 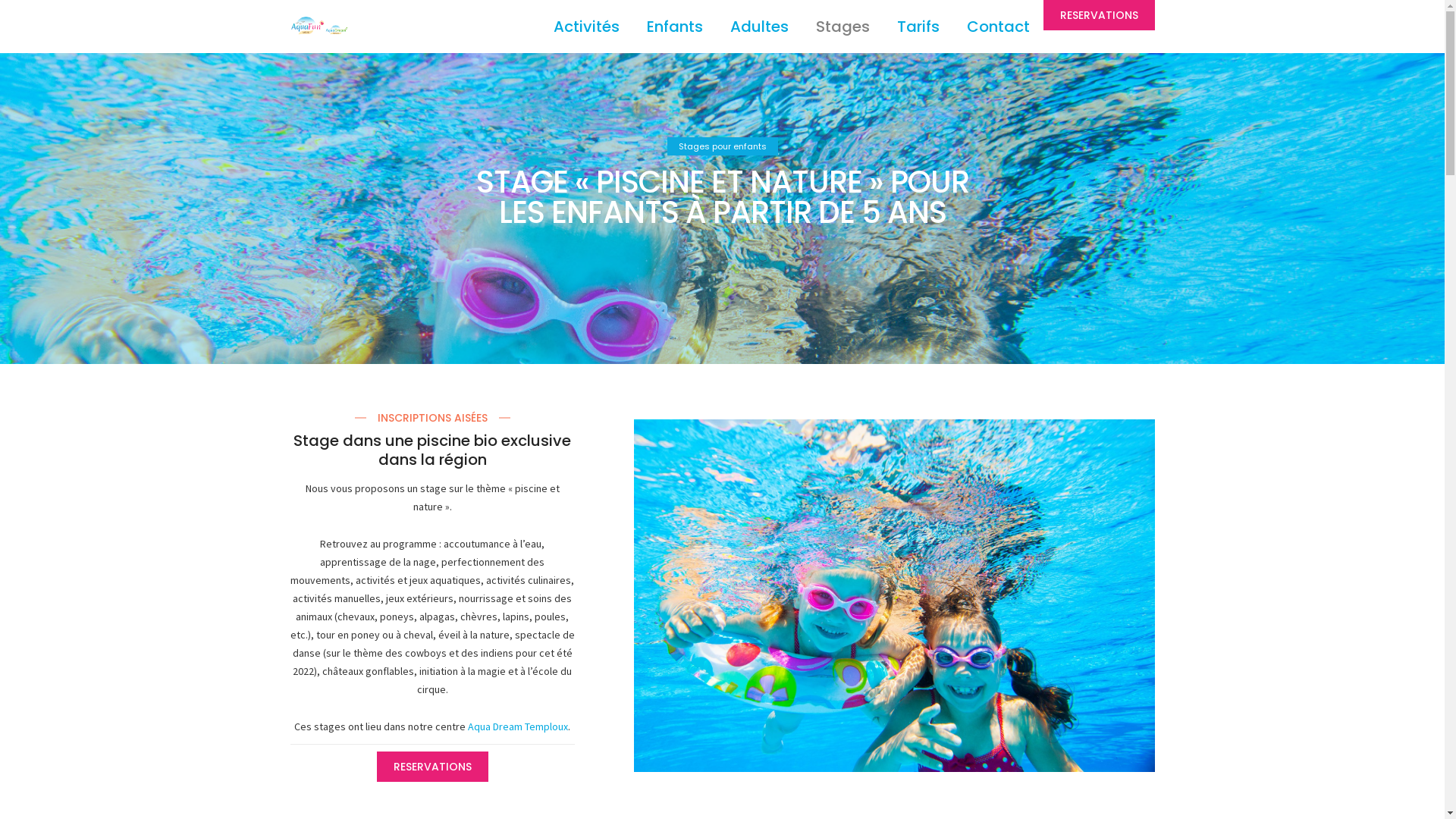 I want to click on 'Stages', so click(x=842, y=26).